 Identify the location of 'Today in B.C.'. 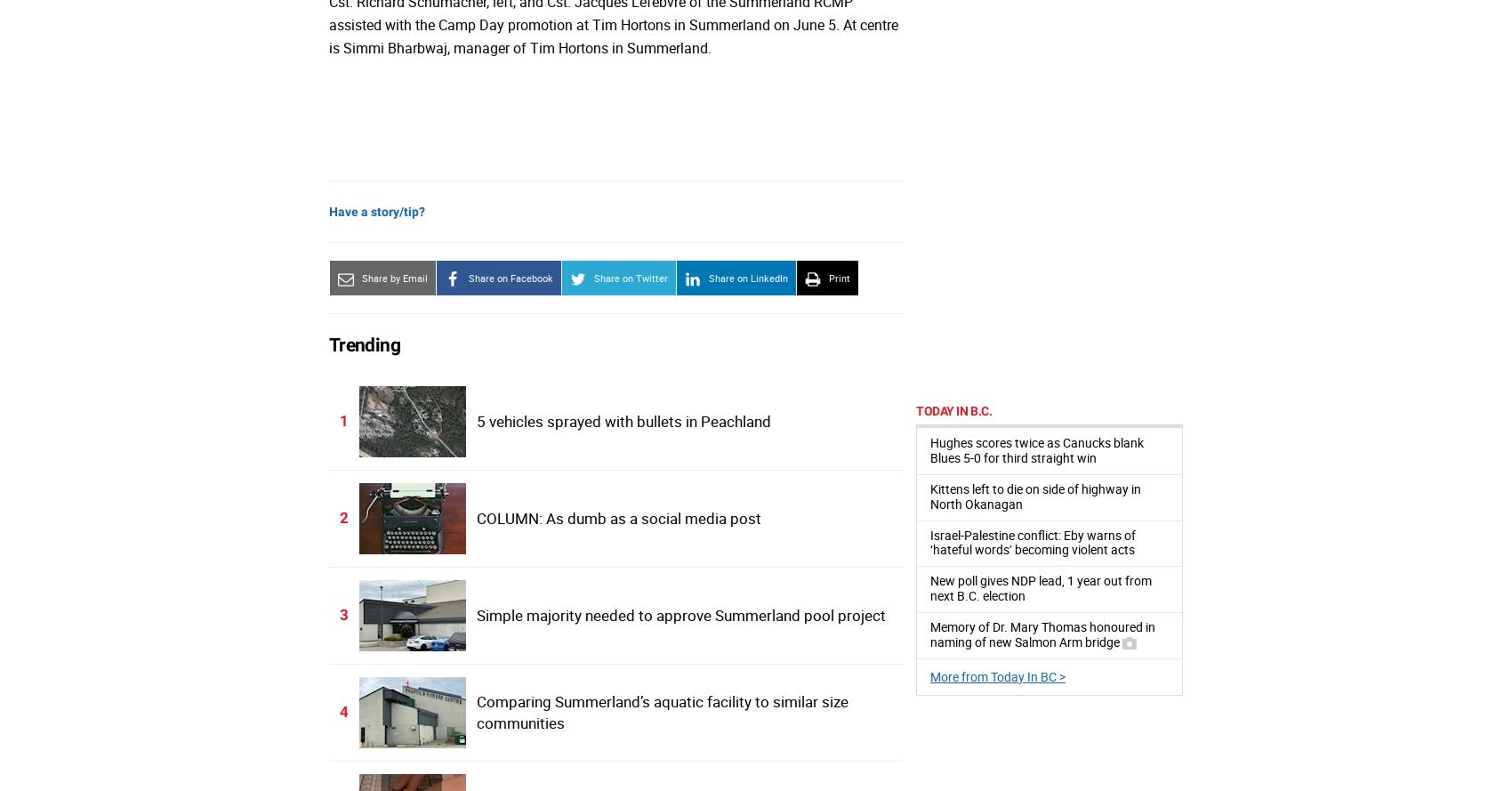
(953, 410).